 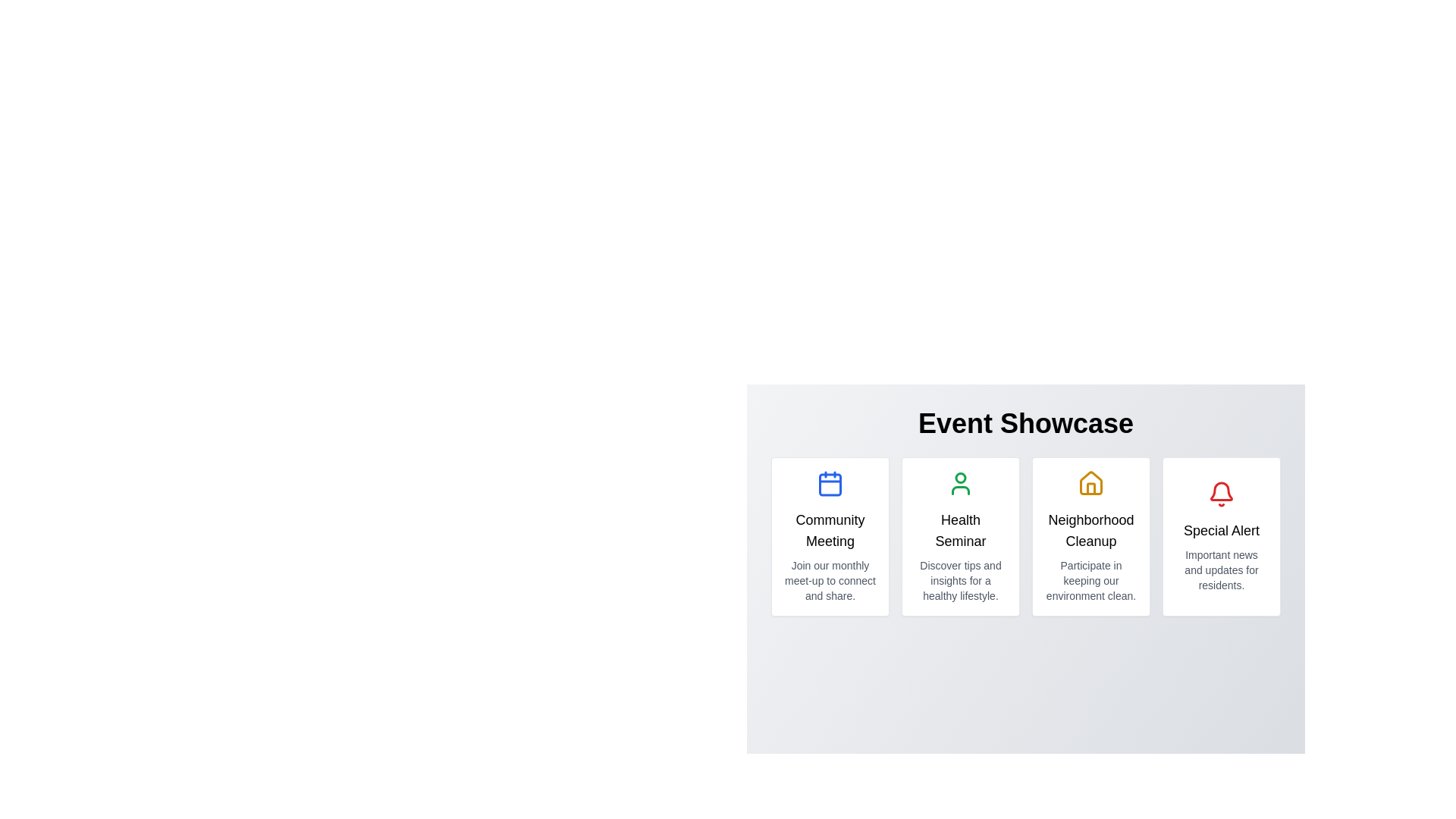 What do you see at coordinates (829, 485) in the screenshot?
I see `the rounded rectangular component located within the calendar icon, which is distinct as the solid-filled shape among its siblings` at bounding box center [829, 485].